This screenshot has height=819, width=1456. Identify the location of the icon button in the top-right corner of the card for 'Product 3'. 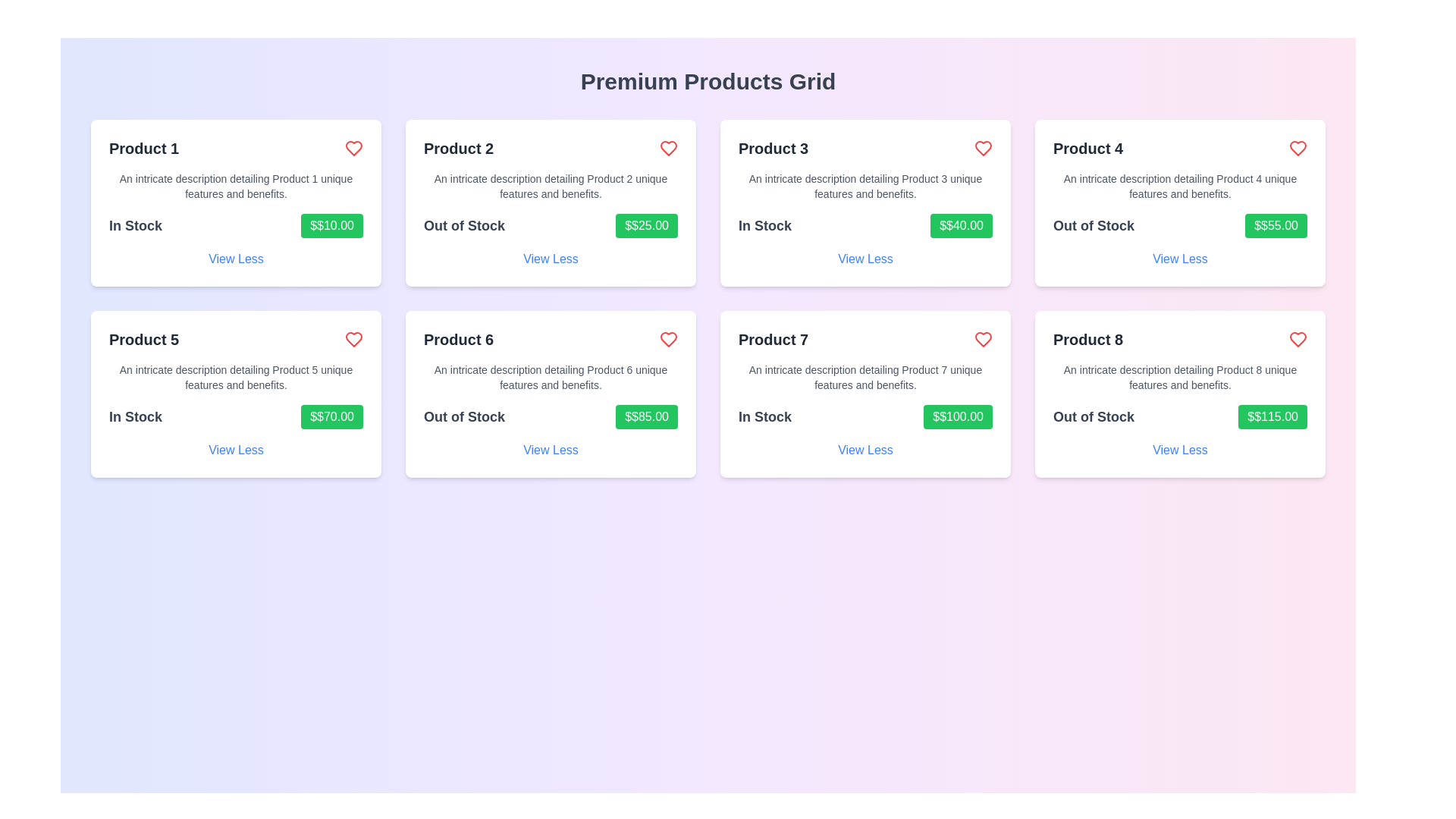
(983, 149).